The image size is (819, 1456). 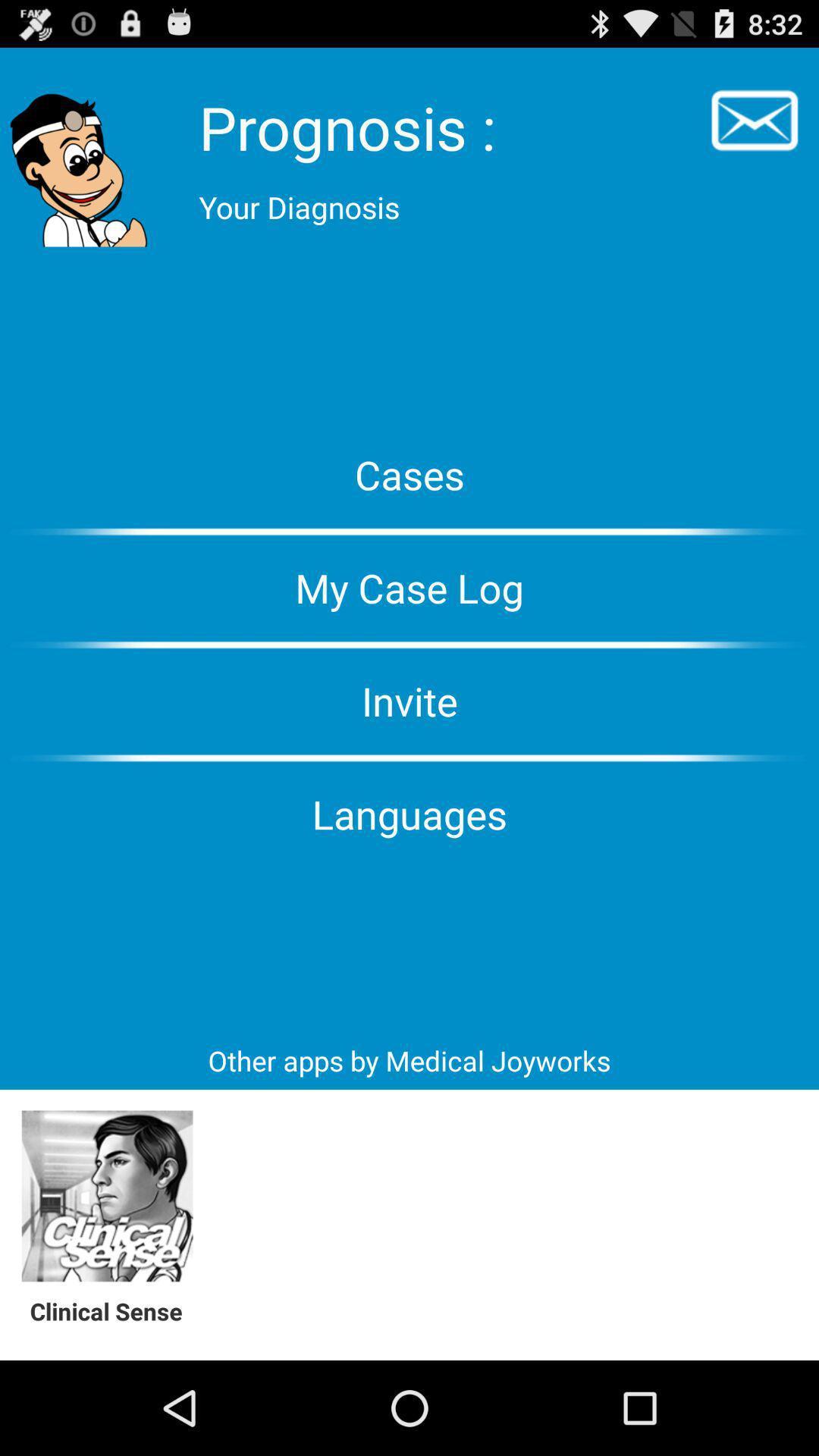 I want to click on item above clinical sense icon, so click(x=106, y=1196).